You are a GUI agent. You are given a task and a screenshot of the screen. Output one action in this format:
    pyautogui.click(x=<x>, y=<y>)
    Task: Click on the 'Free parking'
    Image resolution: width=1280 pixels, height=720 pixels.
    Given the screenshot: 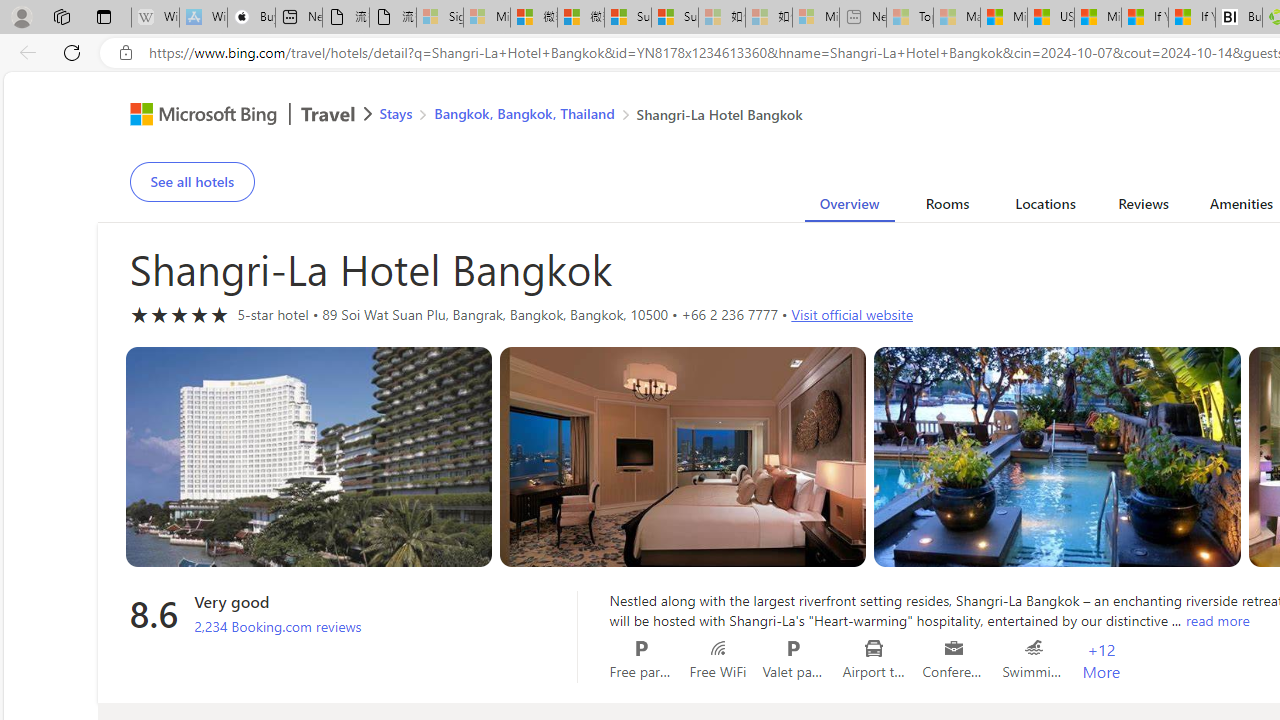 What is the action you would take?
    pyautogui.click(x=641, y=648)
    